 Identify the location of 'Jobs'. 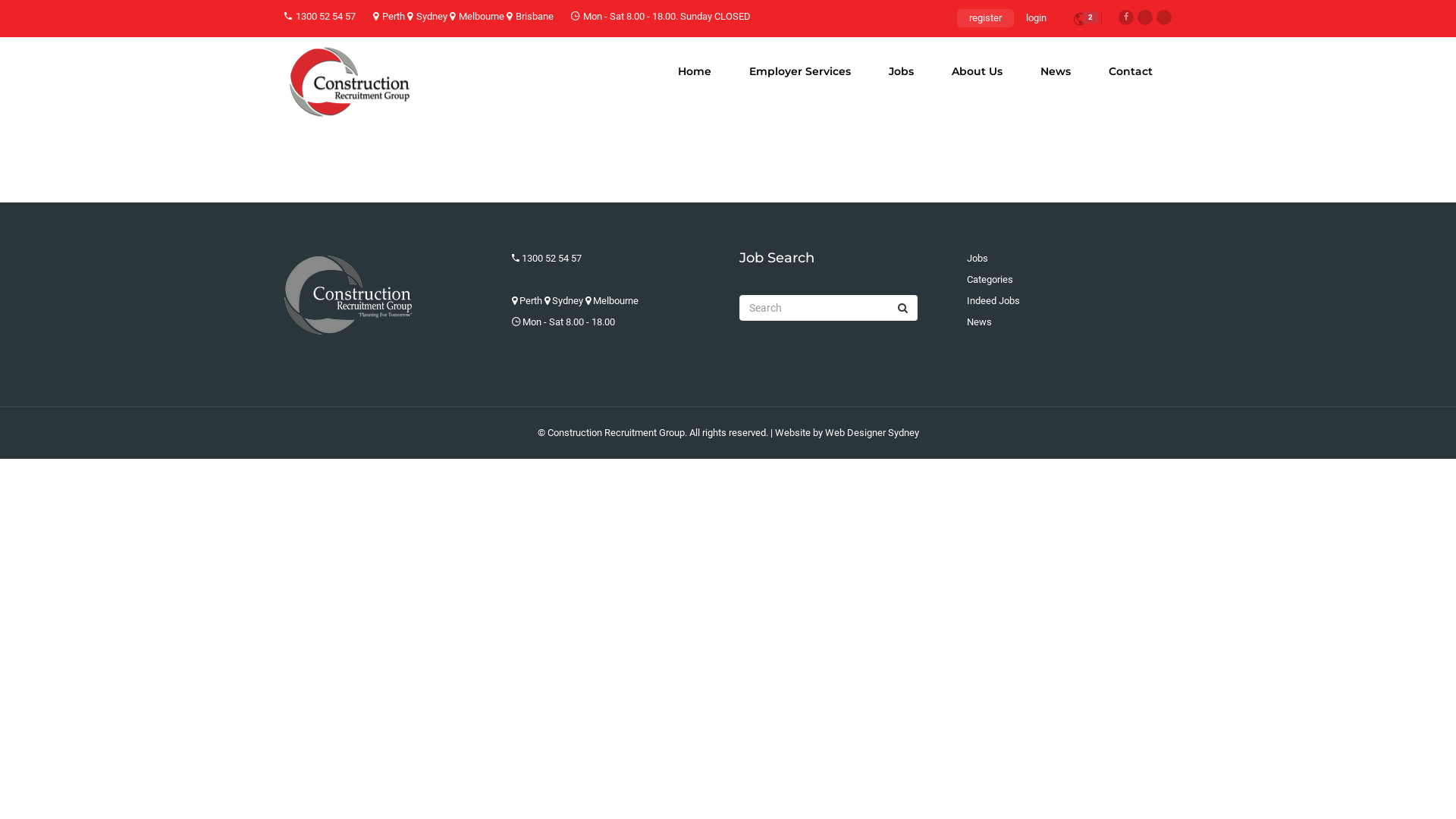
(977, 257).